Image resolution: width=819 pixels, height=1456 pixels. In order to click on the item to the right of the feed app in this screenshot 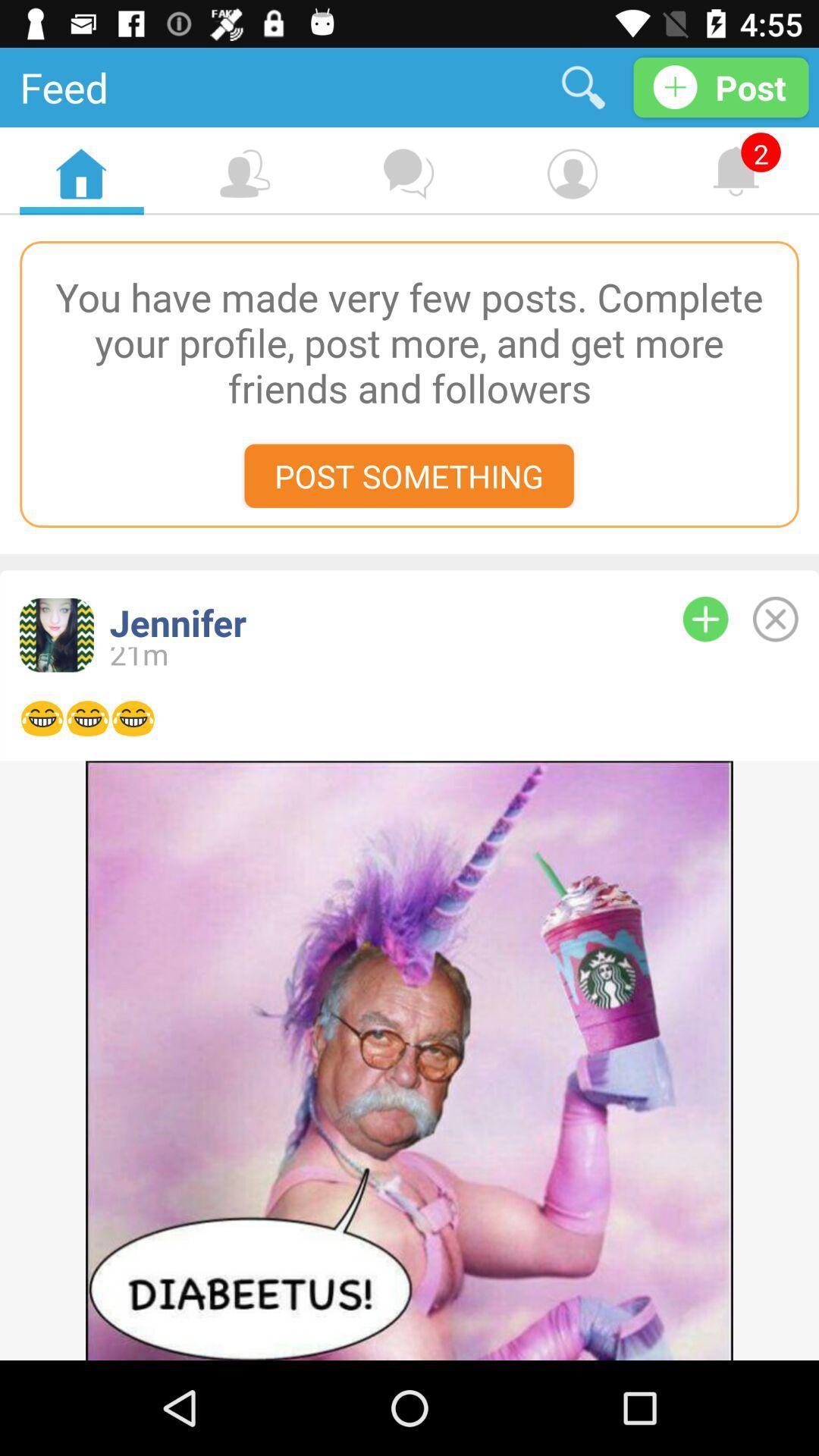, I will do `click(582, 86)`.